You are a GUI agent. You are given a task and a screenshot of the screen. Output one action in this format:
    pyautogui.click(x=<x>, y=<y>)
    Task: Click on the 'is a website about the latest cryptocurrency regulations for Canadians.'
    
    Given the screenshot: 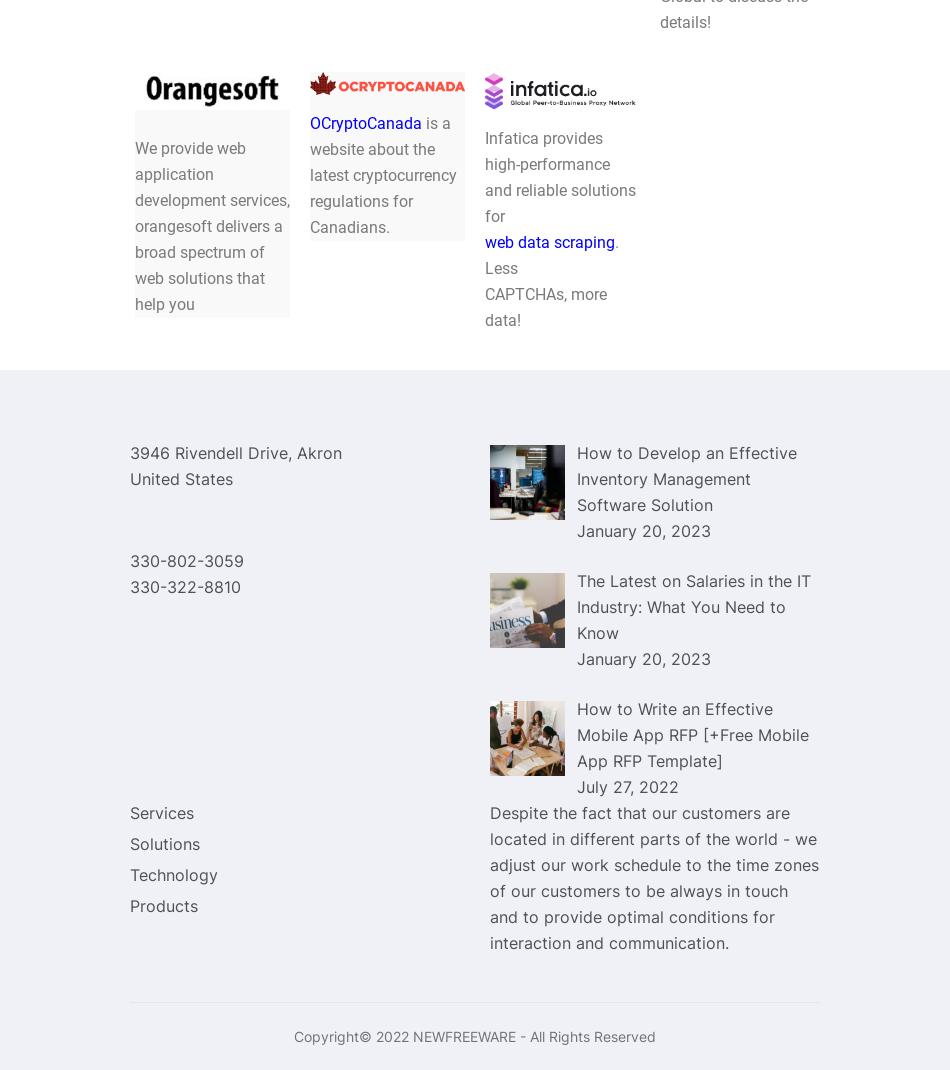 What is the action you would take?
    pyautogui.click(x=382, y=174)
    